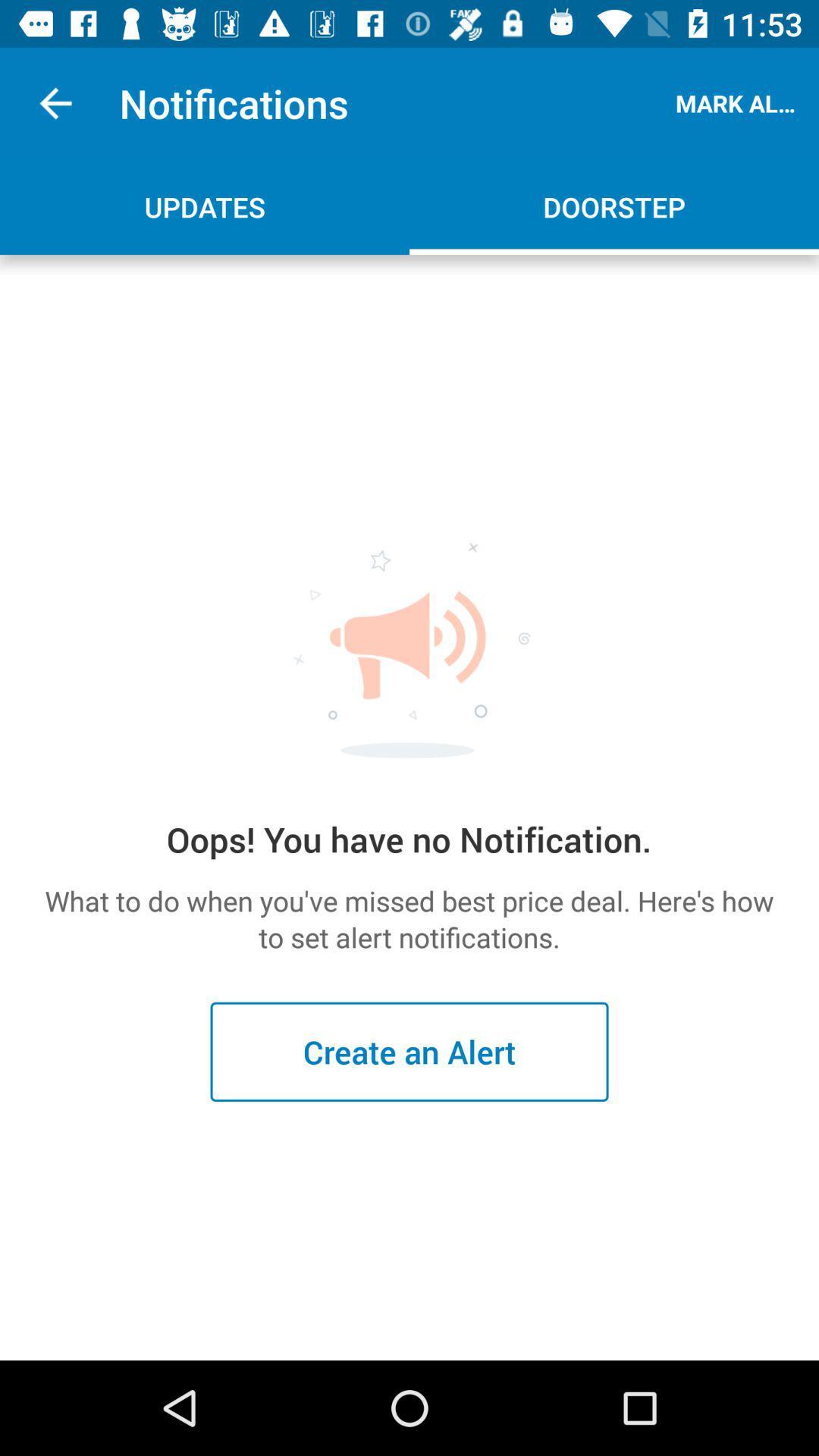 Image resolution: width=819 pixels, height=1456 pixels. Describe the element at coordinates (614, 206) in the screenshot. I see `the icon below the mark all read app` at that location.